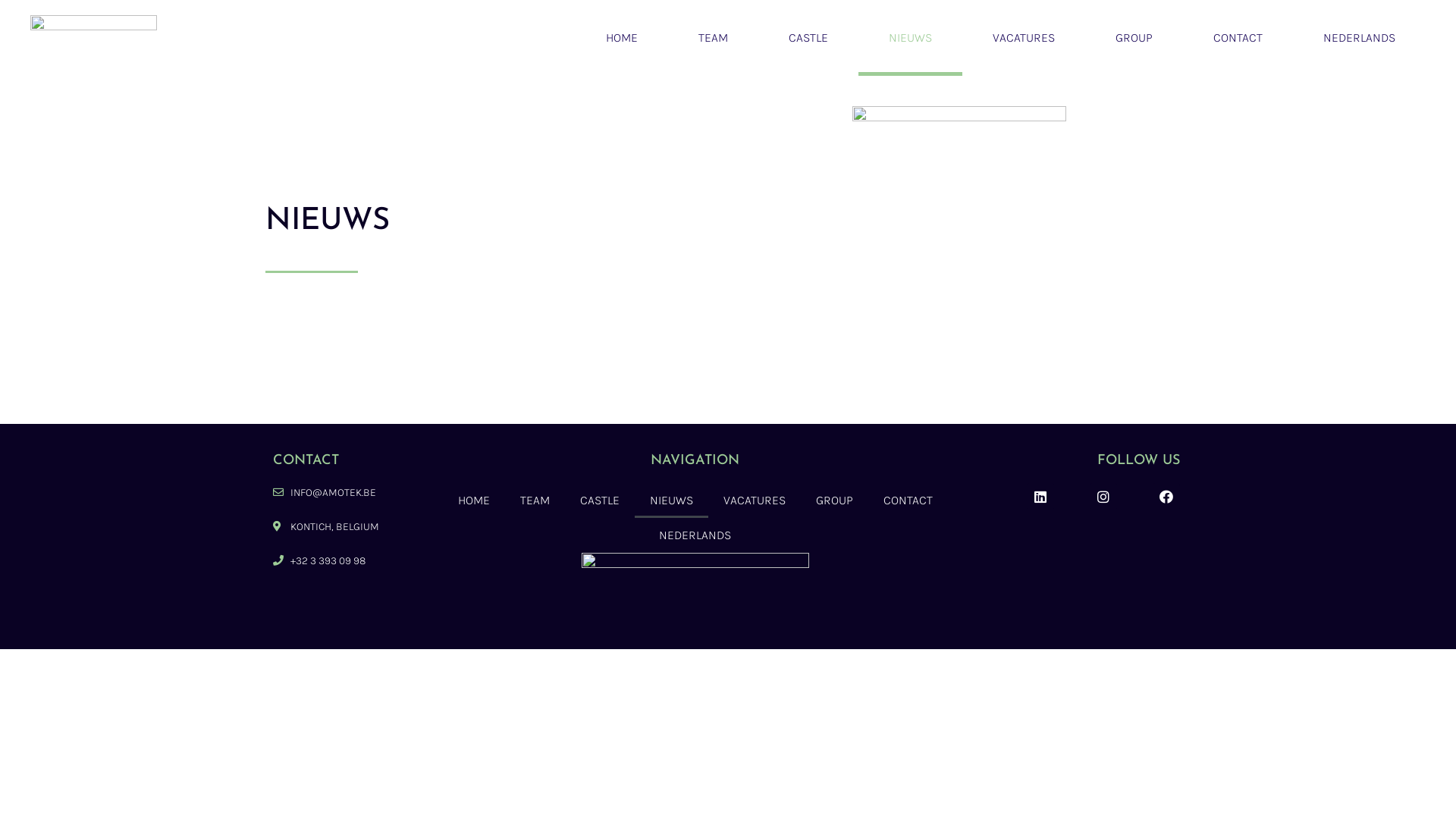 This screenshot has width=1456, height=819. What do you see at coordinates (670, 500) in the screenshot?
I see `'NIEUWS'` at bounding box center [670, 500].